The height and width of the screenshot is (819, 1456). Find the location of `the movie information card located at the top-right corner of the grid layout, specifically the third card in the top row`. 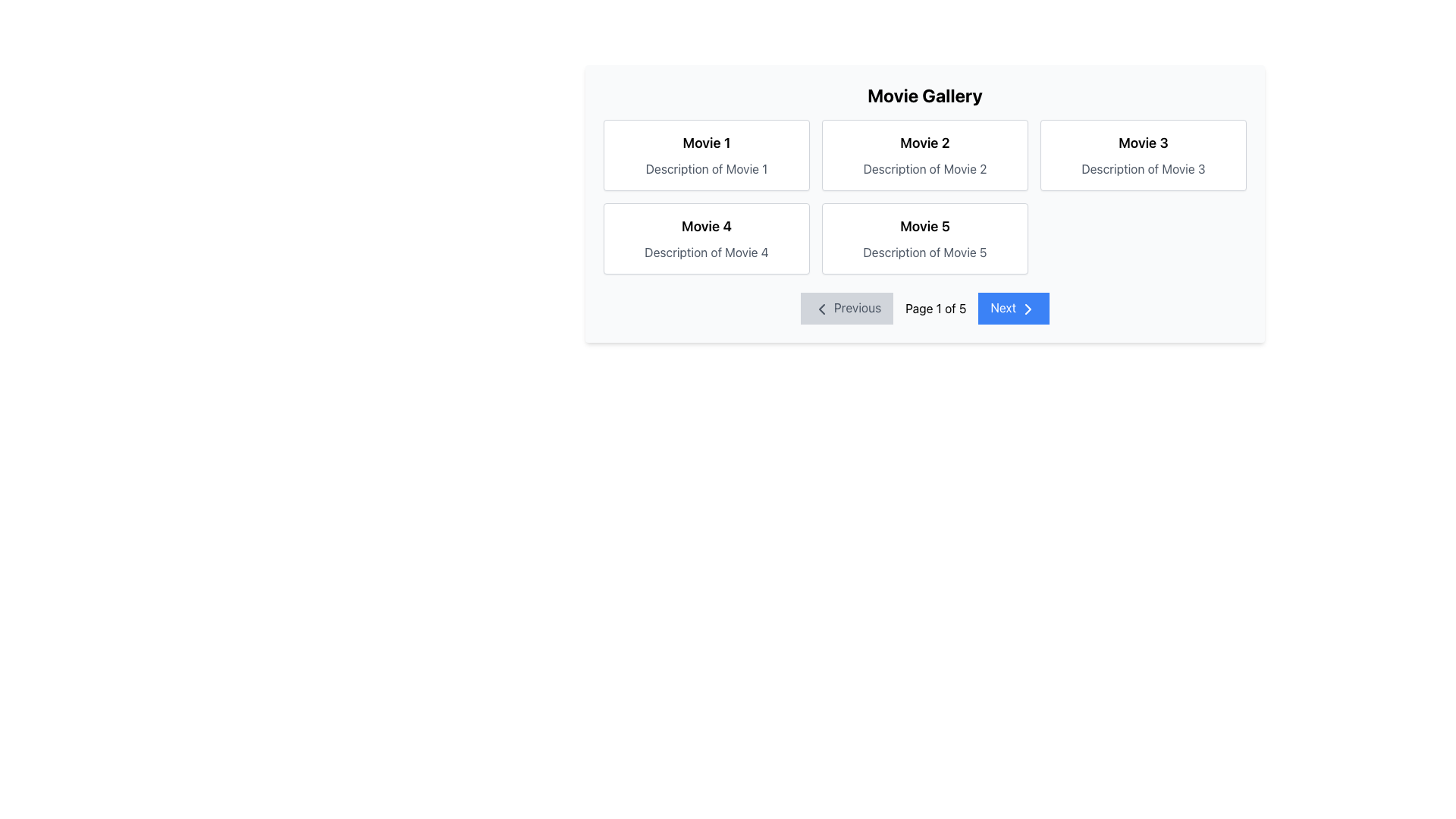

the movie information card located at the top-right corner of the grid layout, specifically the third card in the top row is located at coordinates (1143, 155).